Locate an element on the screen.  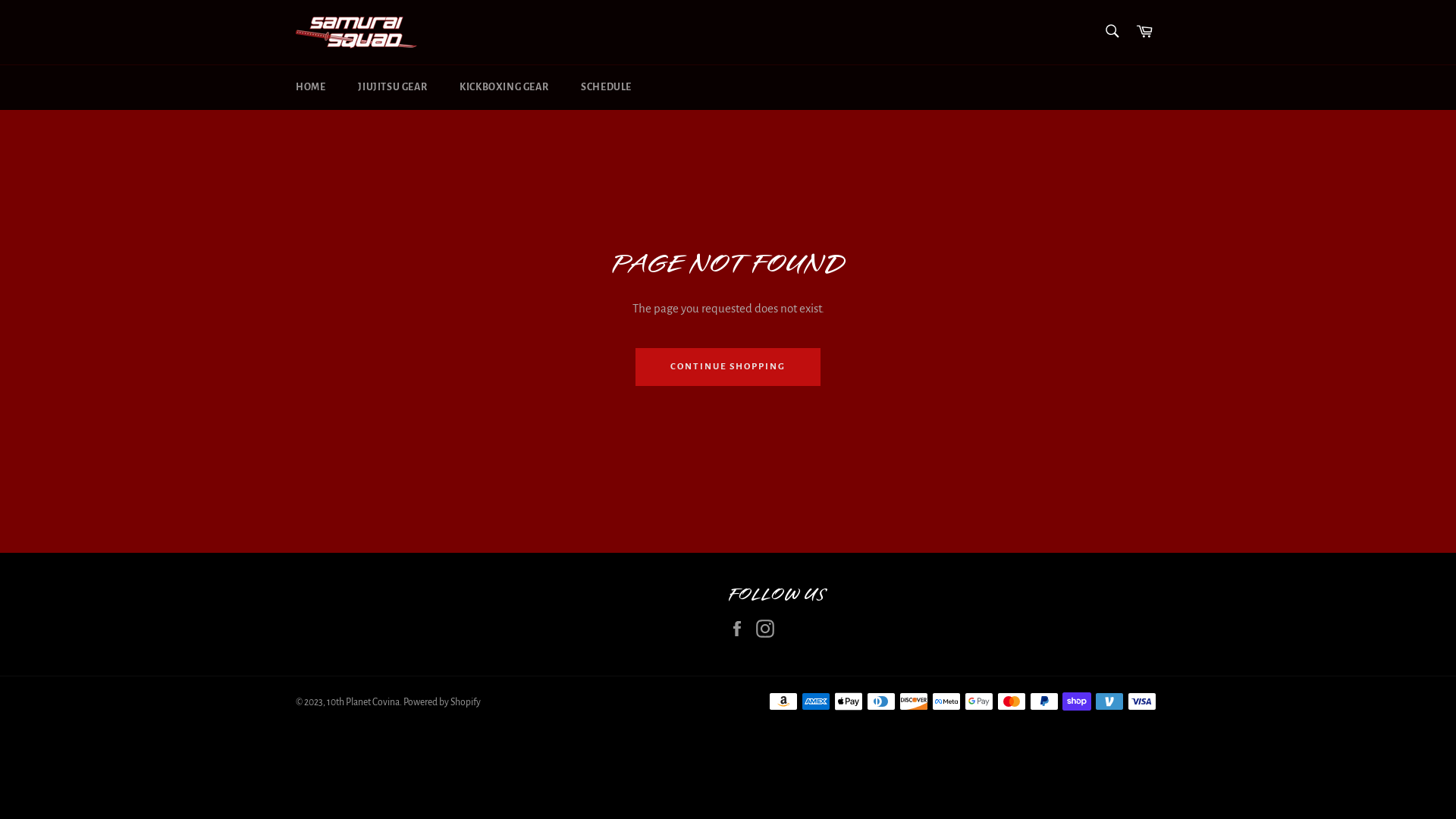
'Powered by Shopify' is located at coordinates (441, 701).